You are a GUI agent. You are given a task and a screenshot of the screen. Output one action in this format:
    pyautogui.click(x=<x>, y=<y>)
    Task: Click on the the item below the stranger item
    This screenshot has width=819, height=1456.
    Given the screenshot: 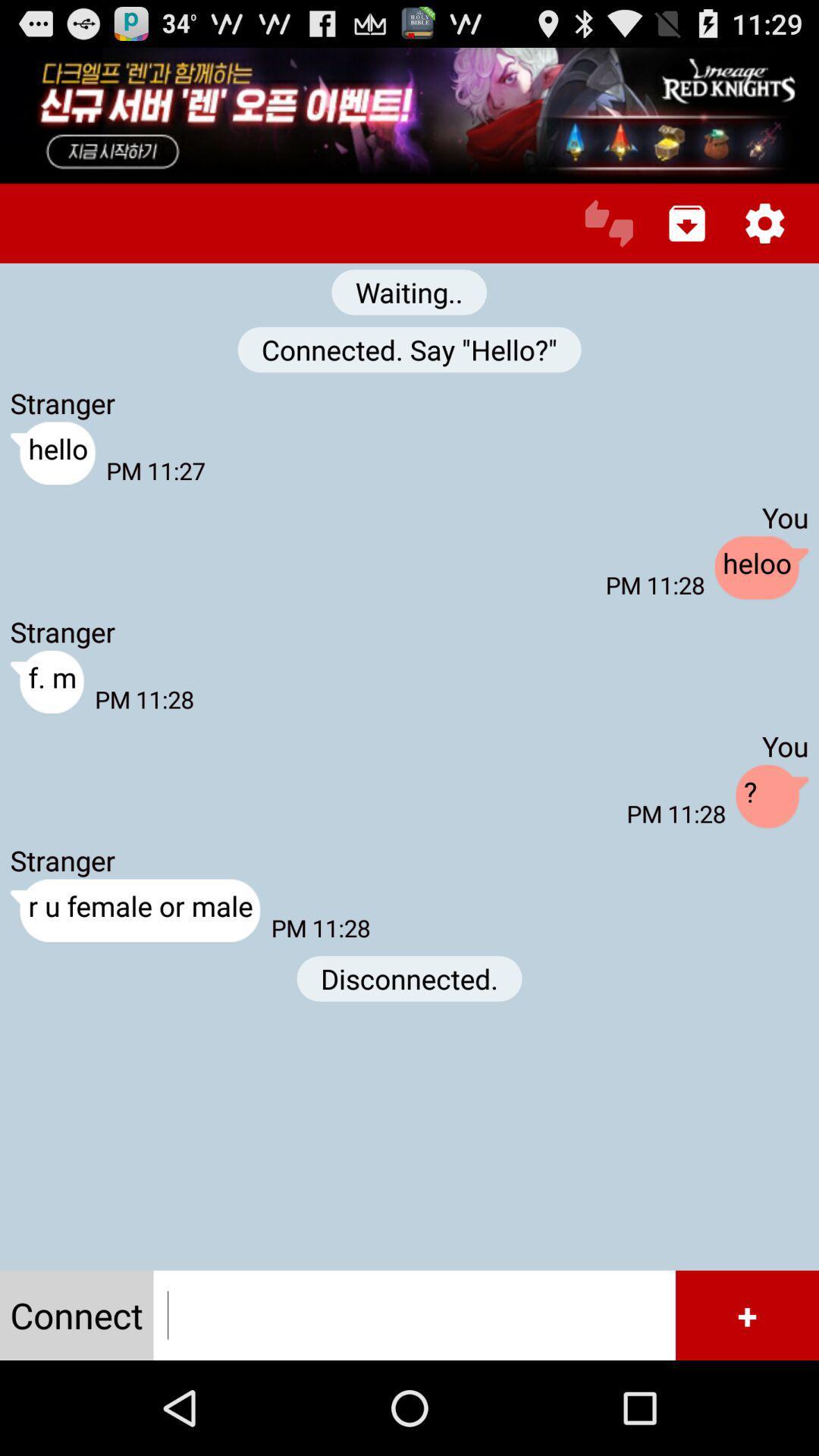 What is the action you would take?
    pyautogui.click(x=134, y=911)
    